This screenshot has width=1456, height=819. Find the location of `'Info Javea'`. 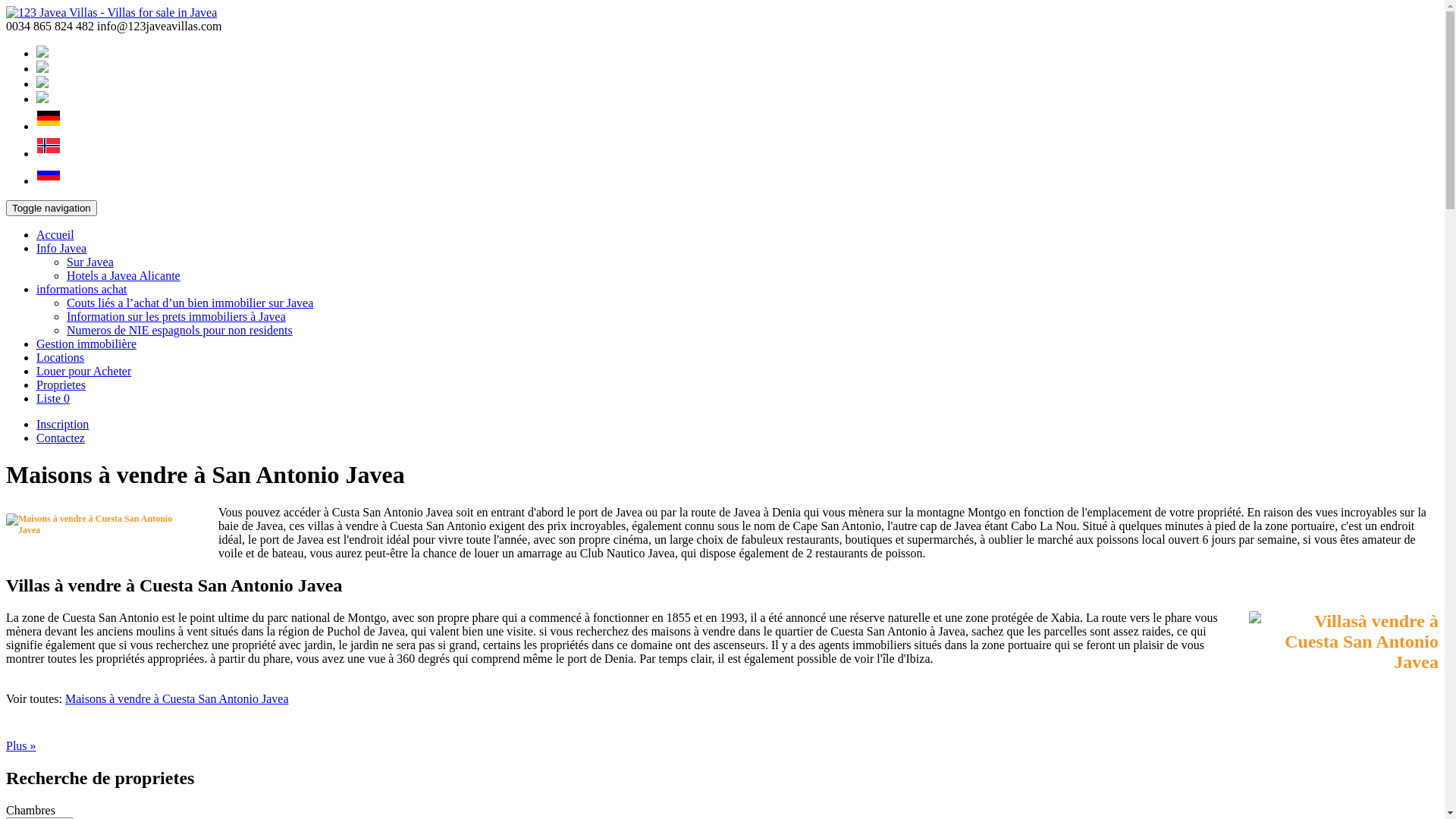

'Info Javea' is located at coordinates (61, 247).